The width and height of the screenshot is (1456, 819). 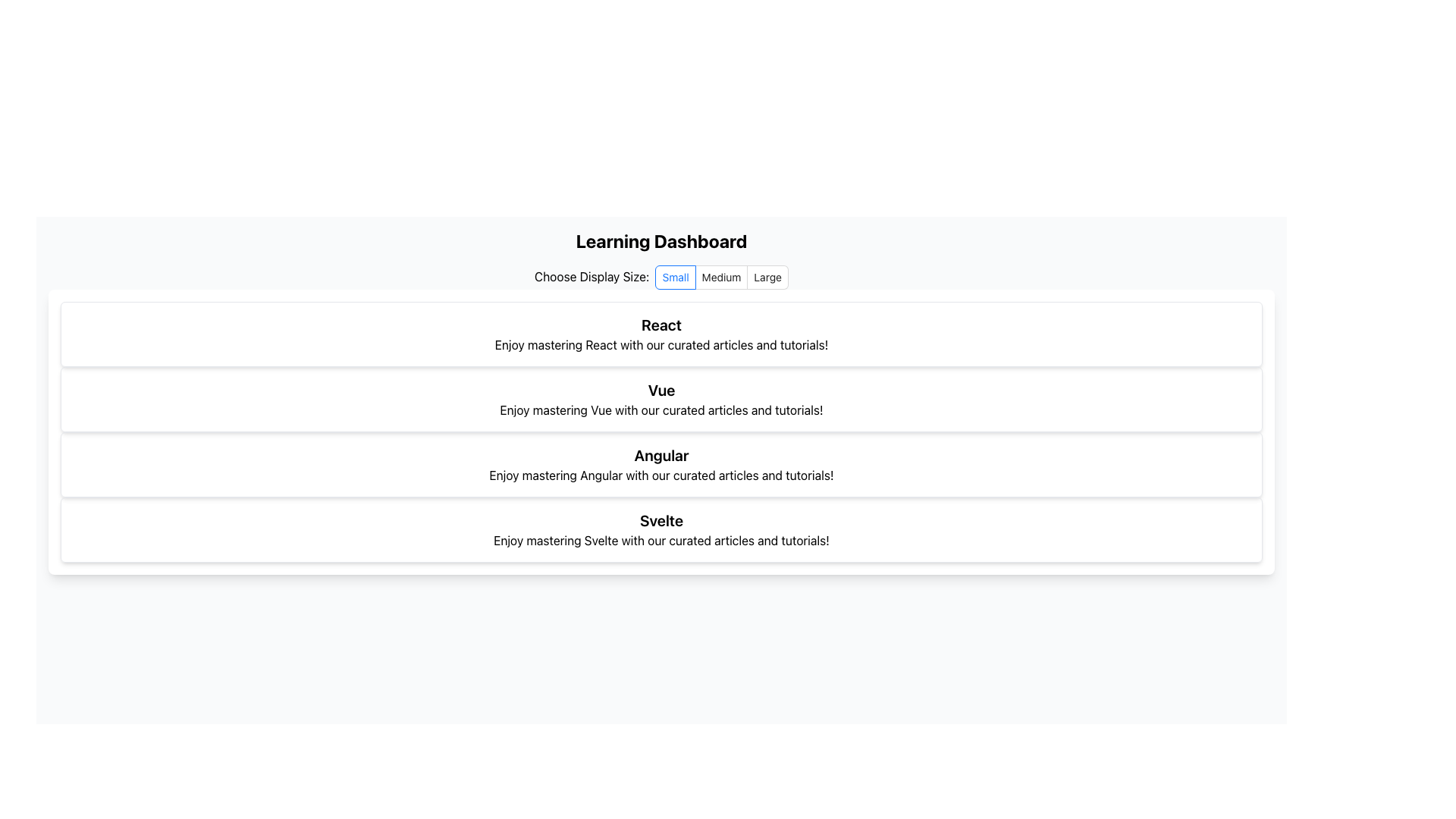 I want to click on the 'Small' display size radio button in the 'Choose Display Size:' group, so click(x=675, y=278).